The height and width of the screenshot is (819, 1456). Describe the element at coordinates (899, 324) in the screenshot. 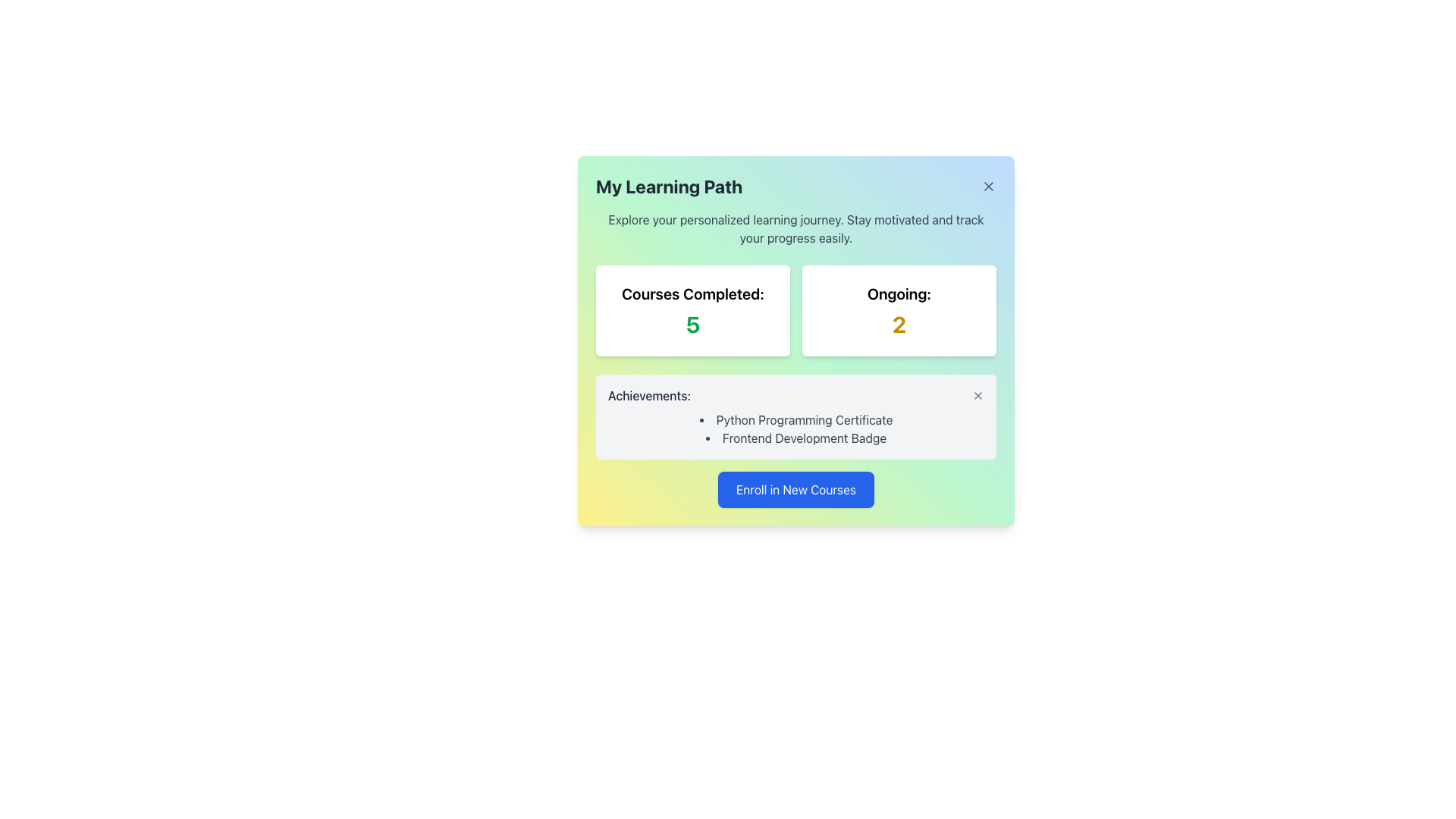

I see `the text label displaying the count of ongoing courses in the learning tracker interface, located under the label 'Ongoing:' in the progress summary` at that location.